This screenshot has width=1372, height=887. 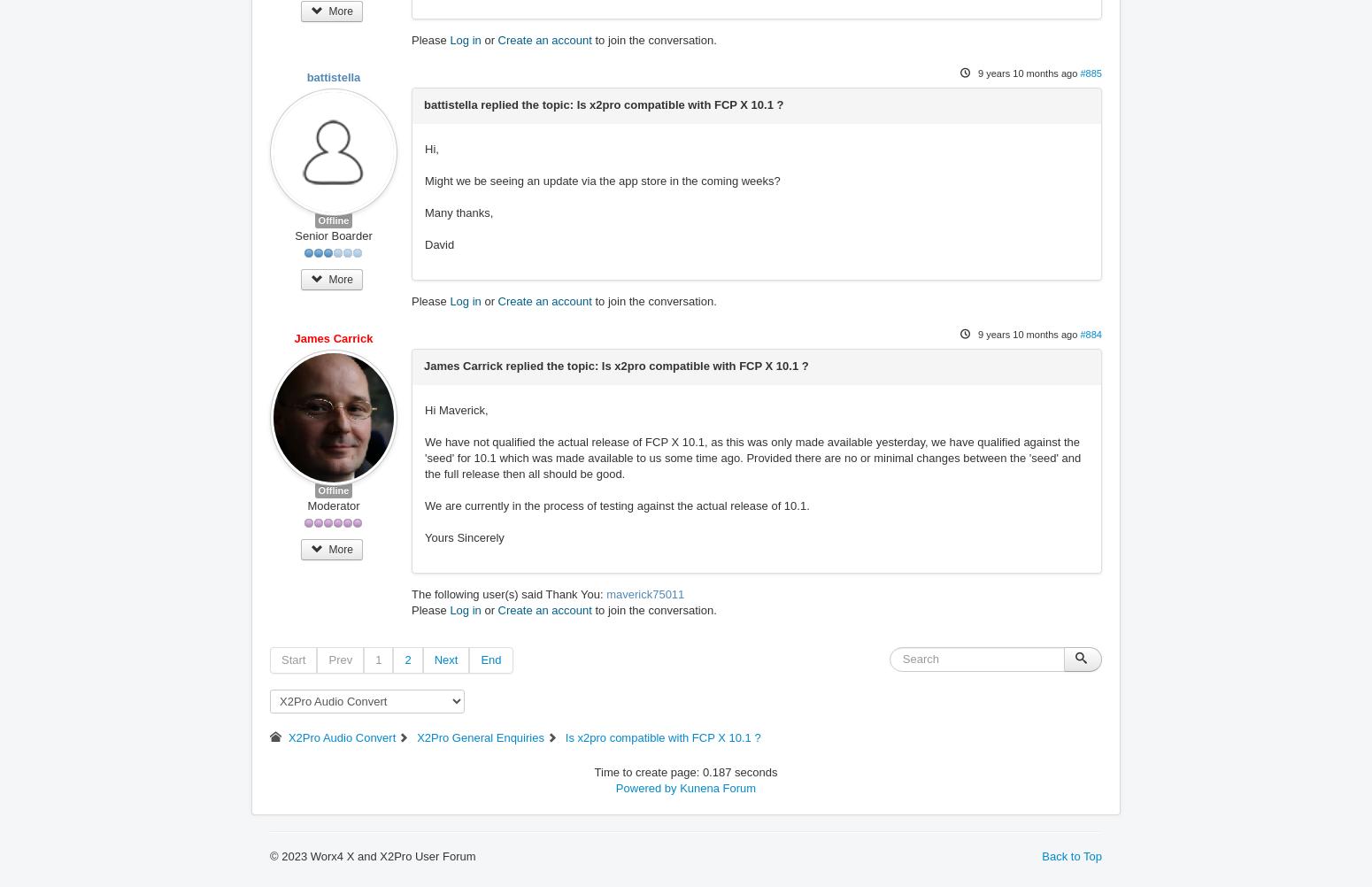 I want to click on 'James Carrick replied the topic: Is x2pro compatible with FCP X 10.1 ?', so click(x=614, y=366).